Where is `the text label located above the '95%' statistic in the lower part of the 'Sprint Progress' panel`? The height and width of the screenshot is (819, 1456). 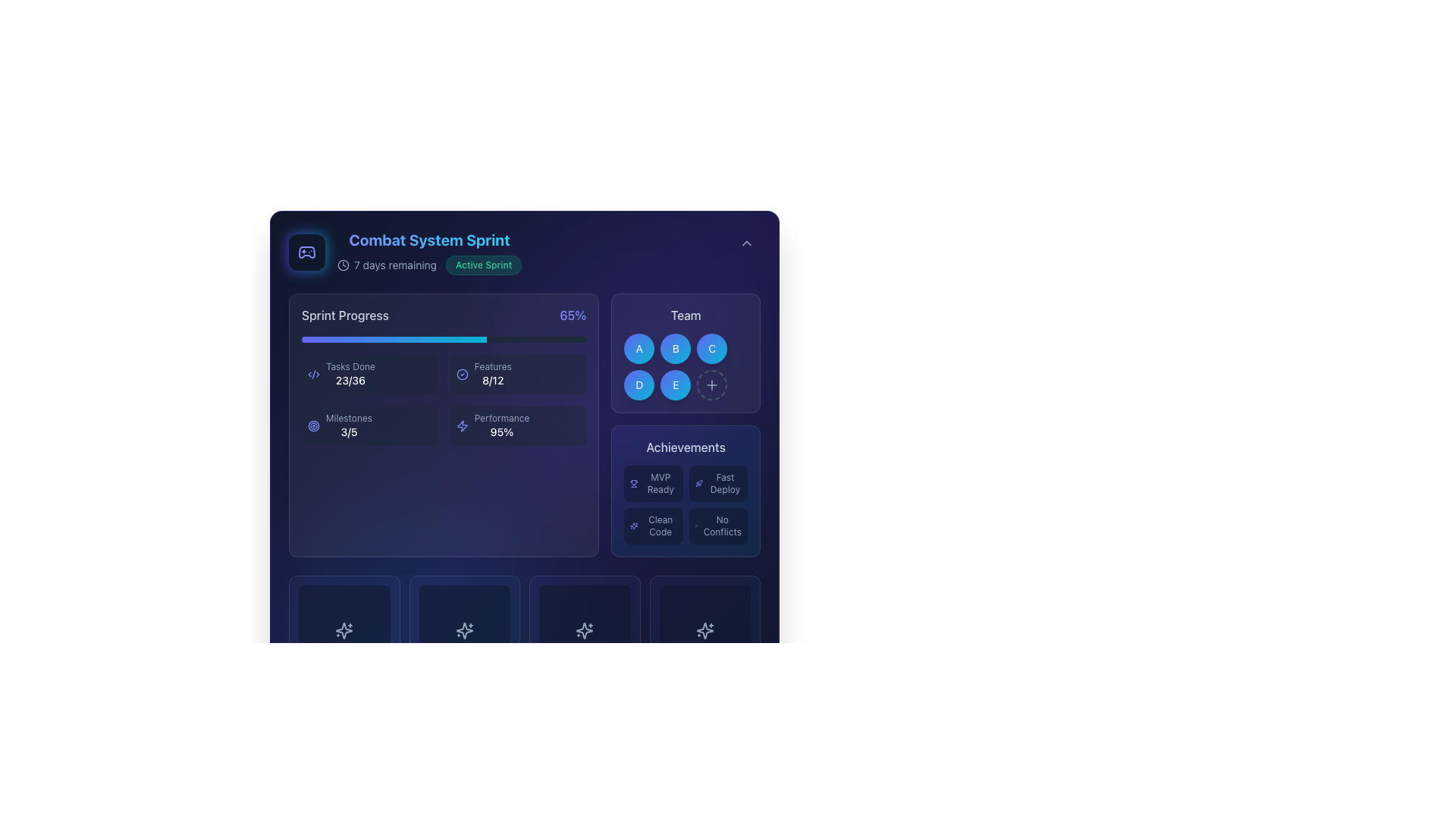 the text label located above the '95%' statistic in the lower part of the 'Sprint Progress' panel is located at coordinates (502, 418).